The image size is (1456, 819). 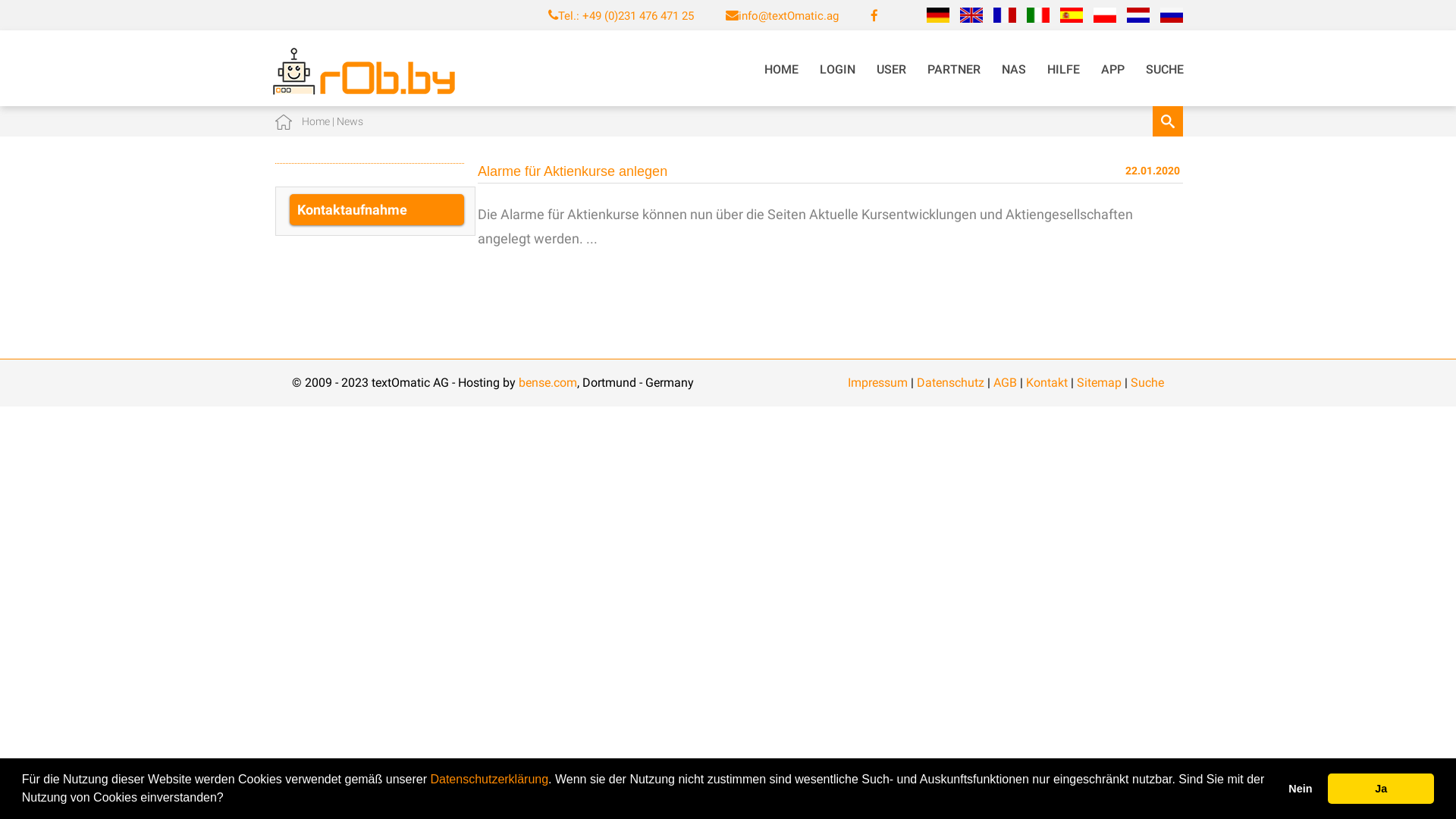 What do you see at coordinates (949, 381) in the screenshot?
I see `'Datenschutz'` at bounding box center [949, 381].